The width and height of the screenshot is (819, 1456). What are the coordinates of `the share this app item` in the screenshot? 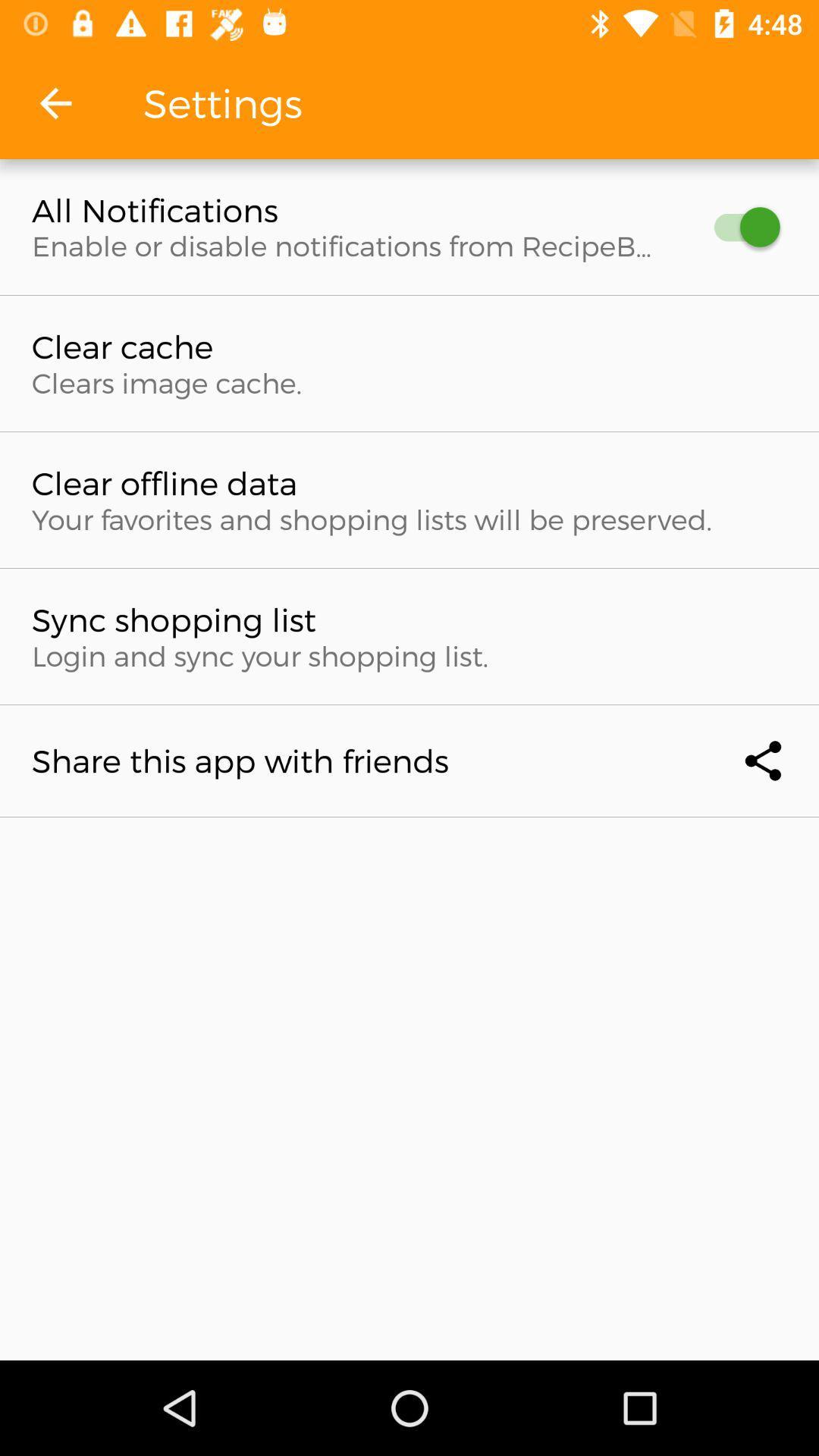 It's located at (409, 761).